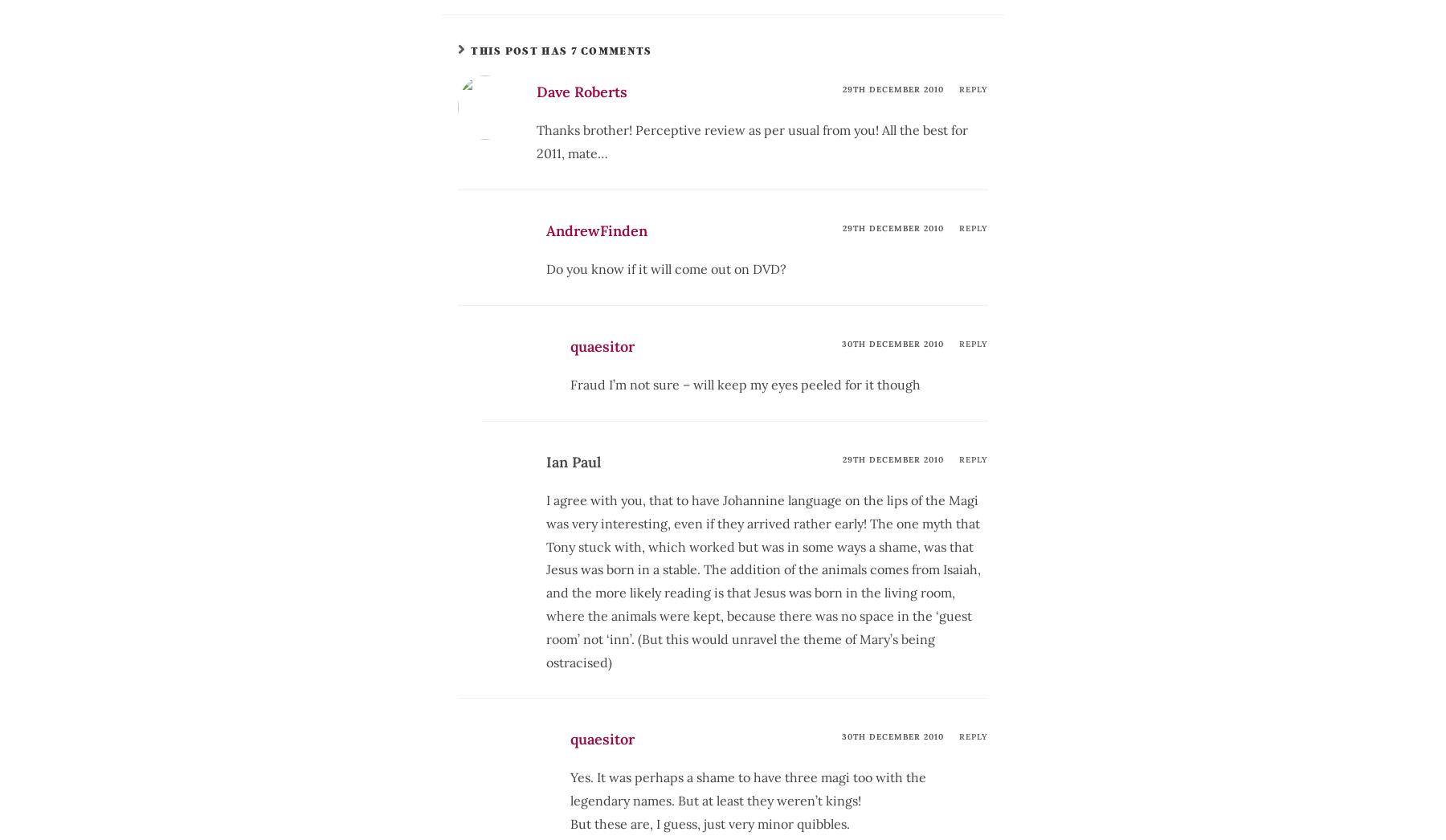 This screenshot has height=840, width=1446. Describe the element at coordinates (709, 824) in the screenshot. I see `'But these are, I guess, just very minor quibbles.'` at that location.